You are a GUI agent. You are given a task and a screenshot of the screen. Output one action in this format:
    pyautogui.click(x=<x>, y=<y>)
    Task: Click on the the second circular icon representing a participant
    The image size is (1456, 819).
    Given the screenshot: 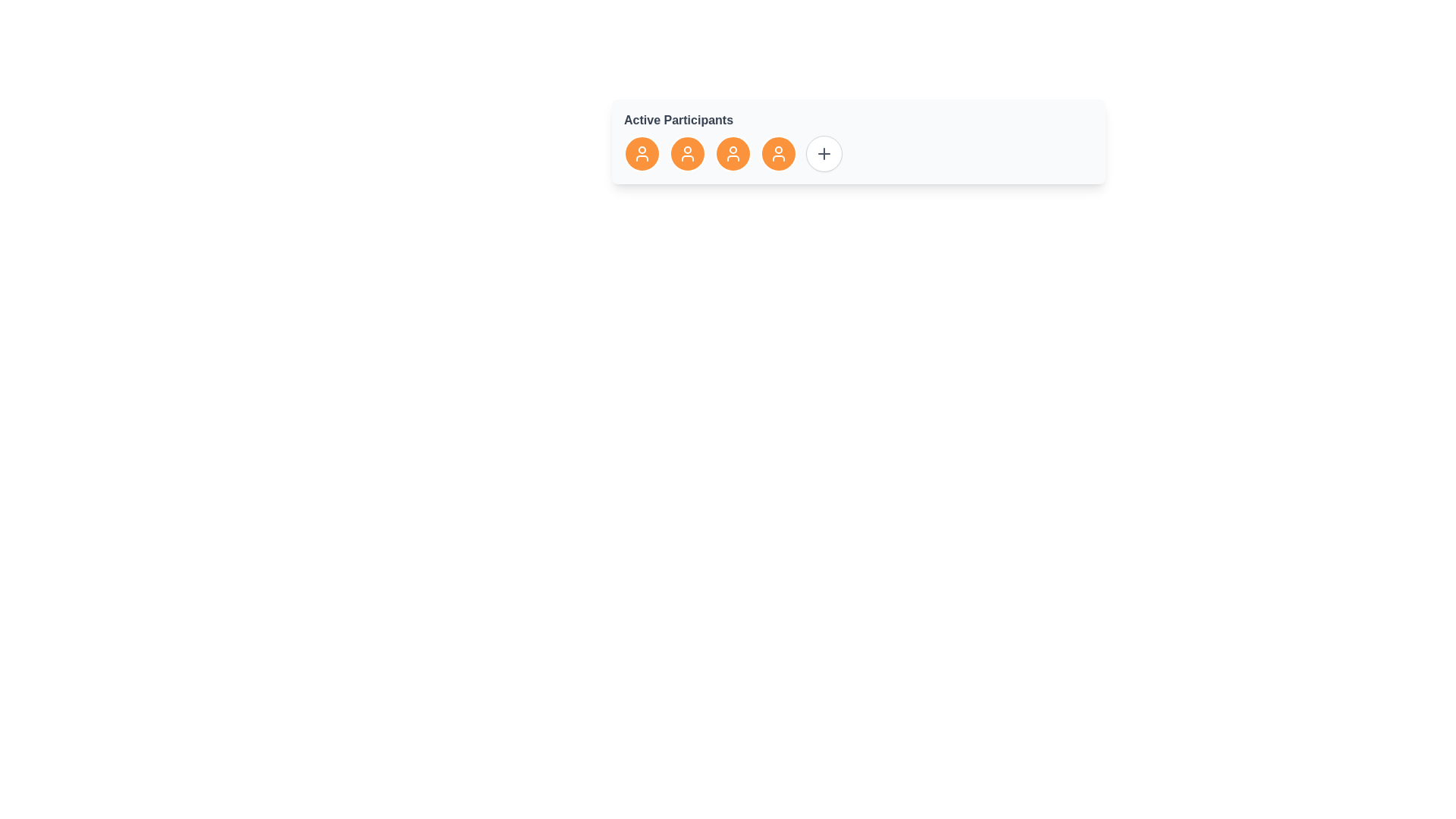 What is the action you would take?
    pyautogui.click(x=687, y=154)
    